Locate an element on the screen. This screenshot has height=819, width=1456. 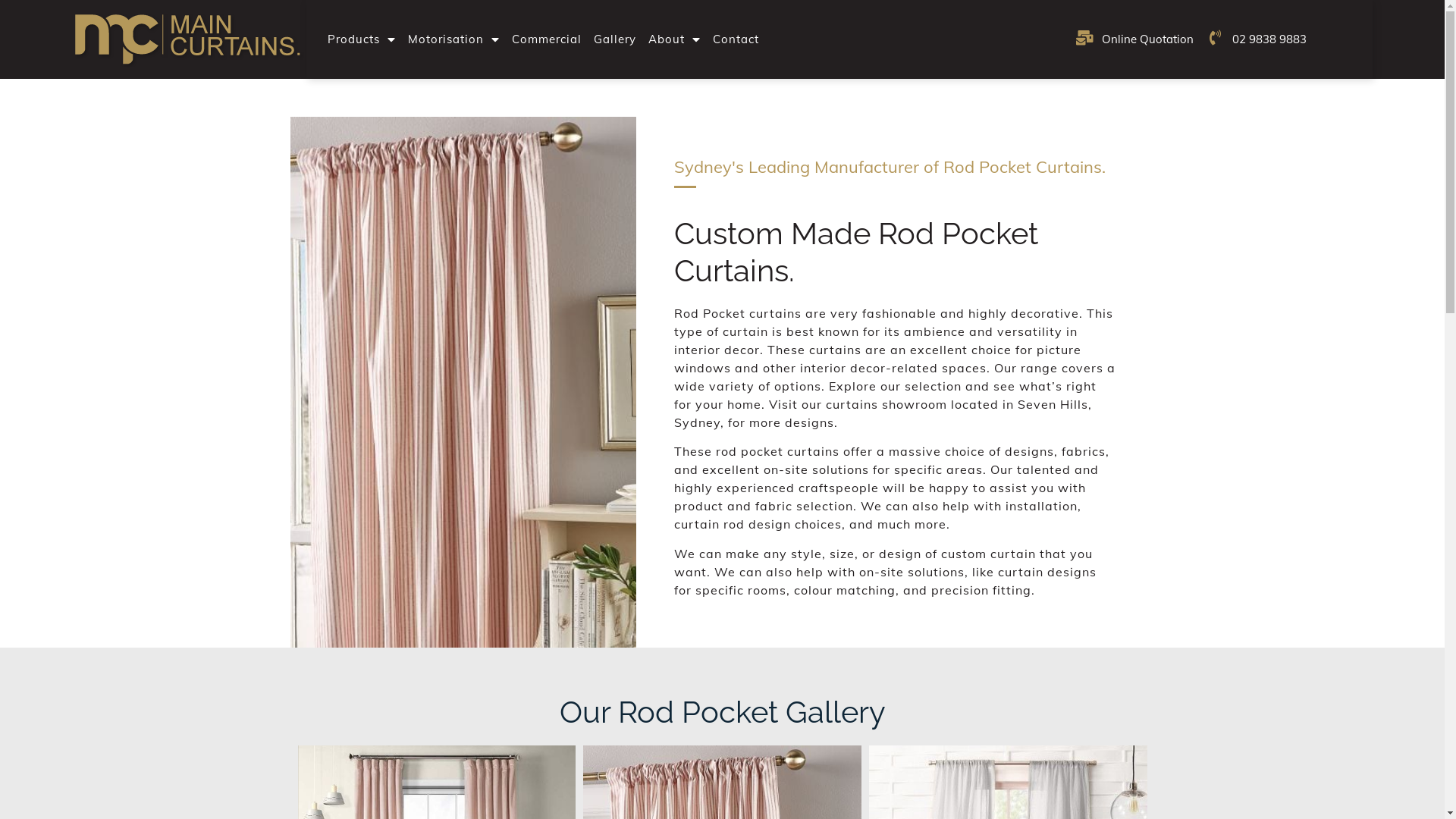
'Contact' is located at coordinates (736, 38).